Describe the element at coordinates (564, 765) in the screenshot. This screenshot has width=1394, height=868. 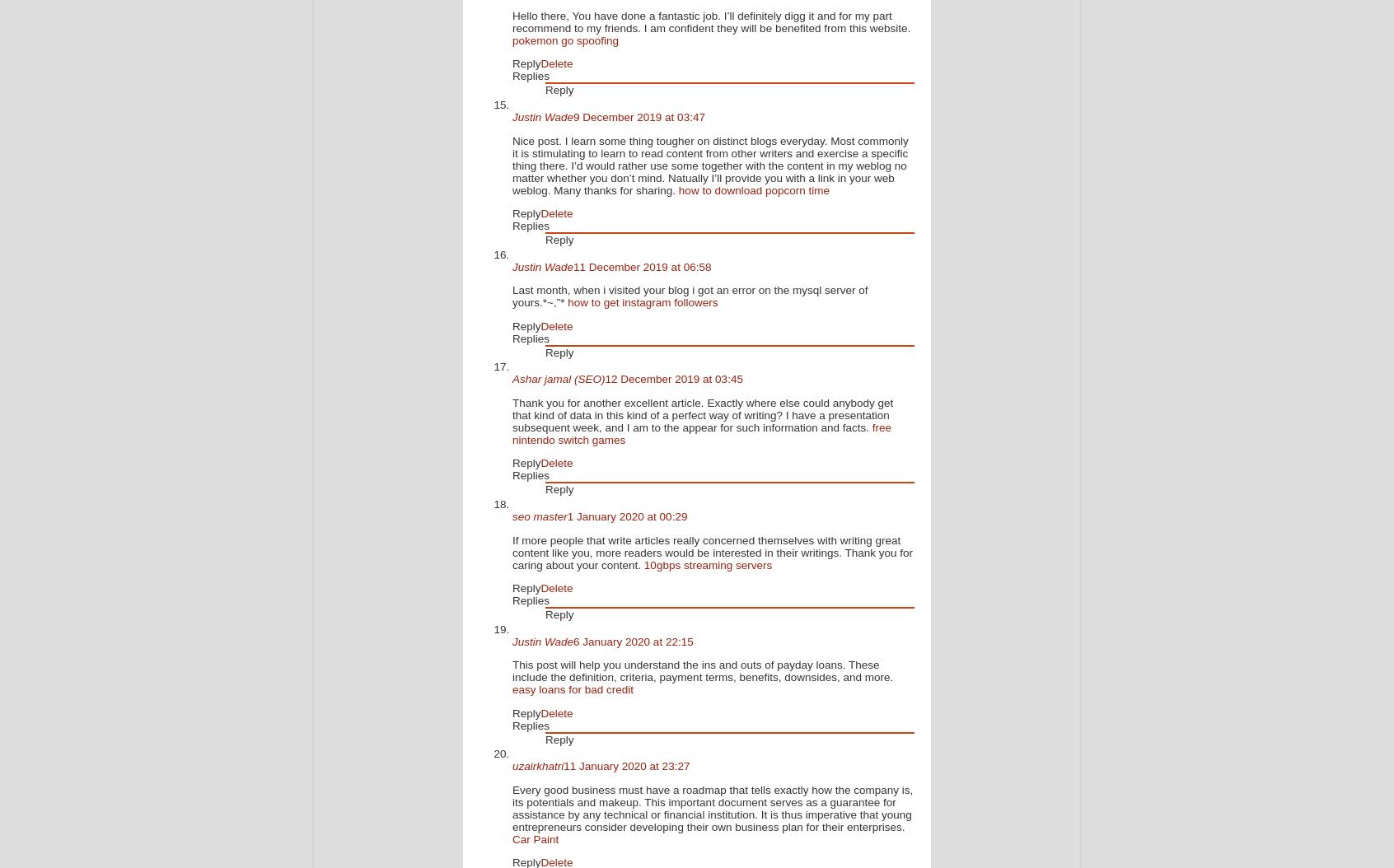
I see `'11 January 2020 at 23:27'` at that location.